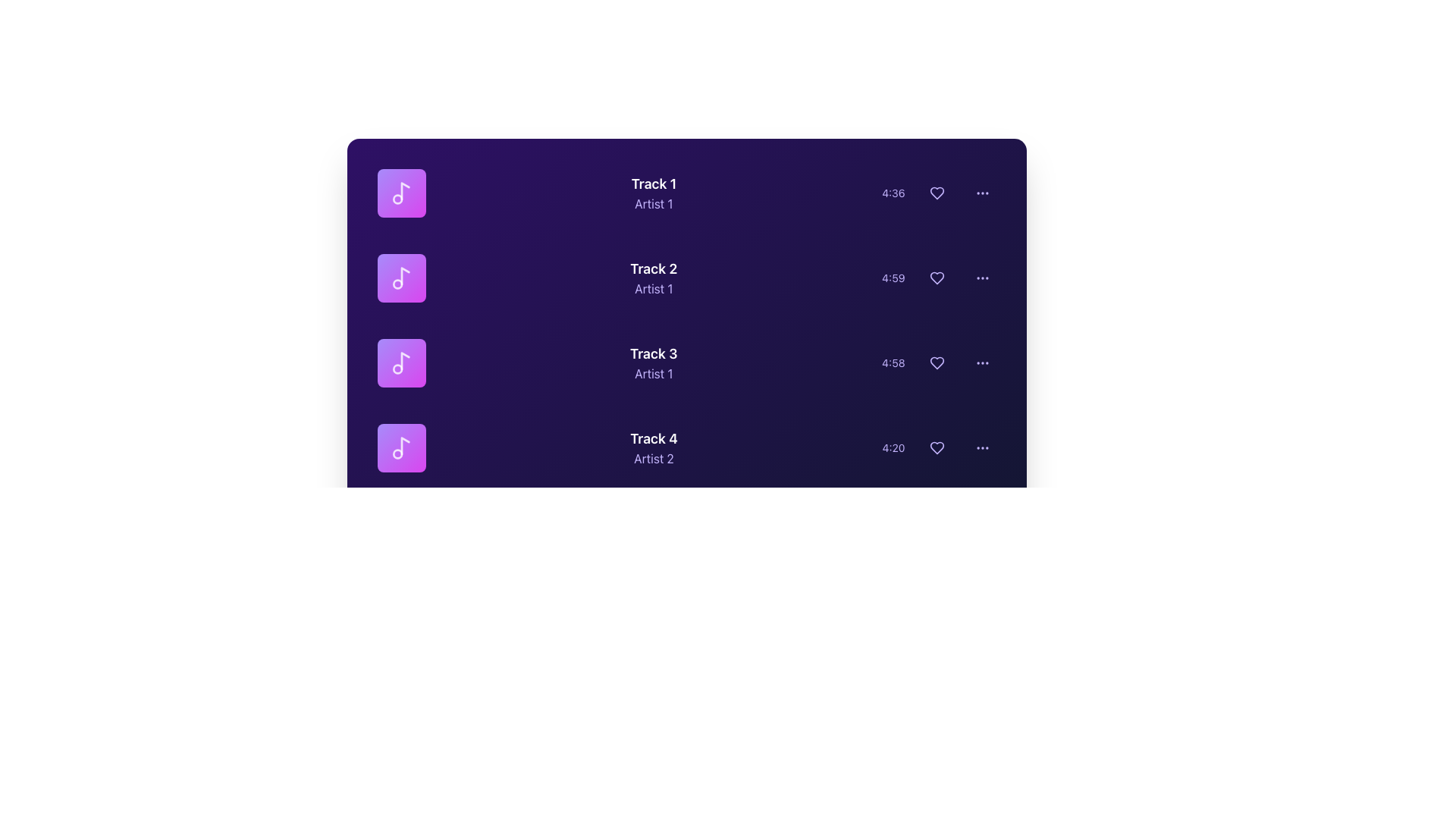 This screenshot has height=819, width=1456. I want to click on the context menu trigger button located, so click(982, 192).